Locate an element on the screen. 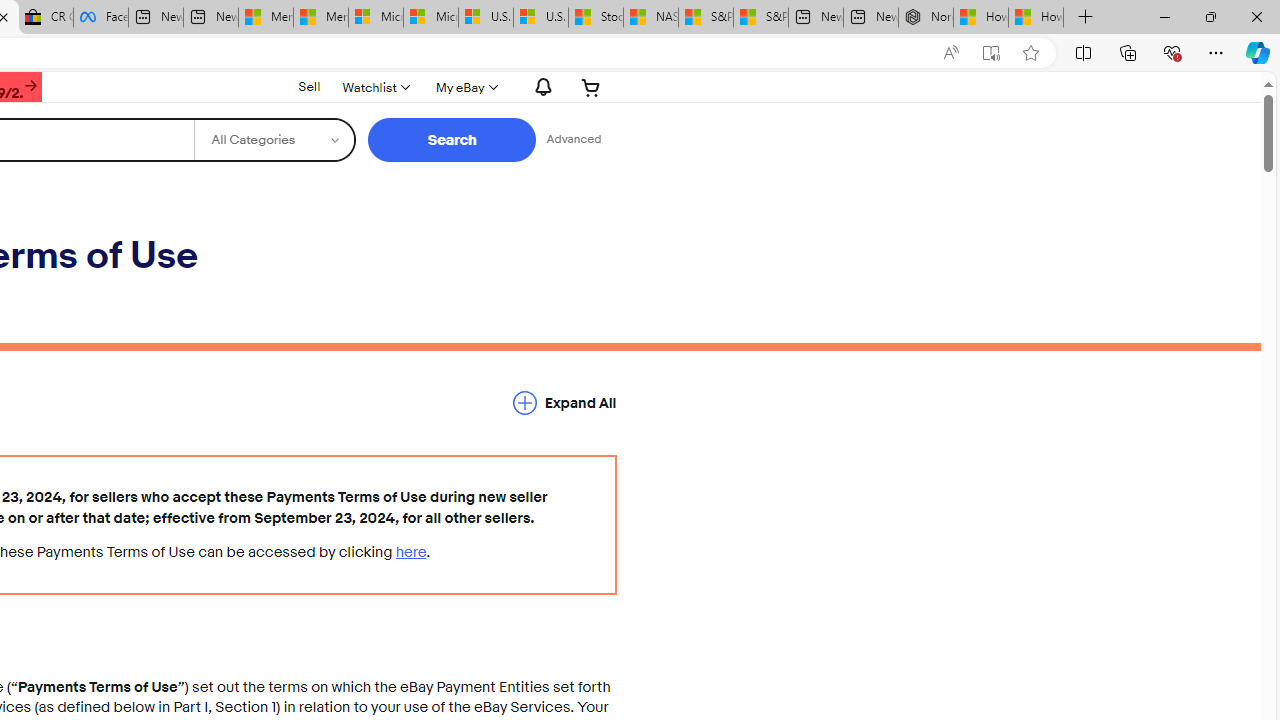  'Your shopping cart' is located at coordinates (590, 86).